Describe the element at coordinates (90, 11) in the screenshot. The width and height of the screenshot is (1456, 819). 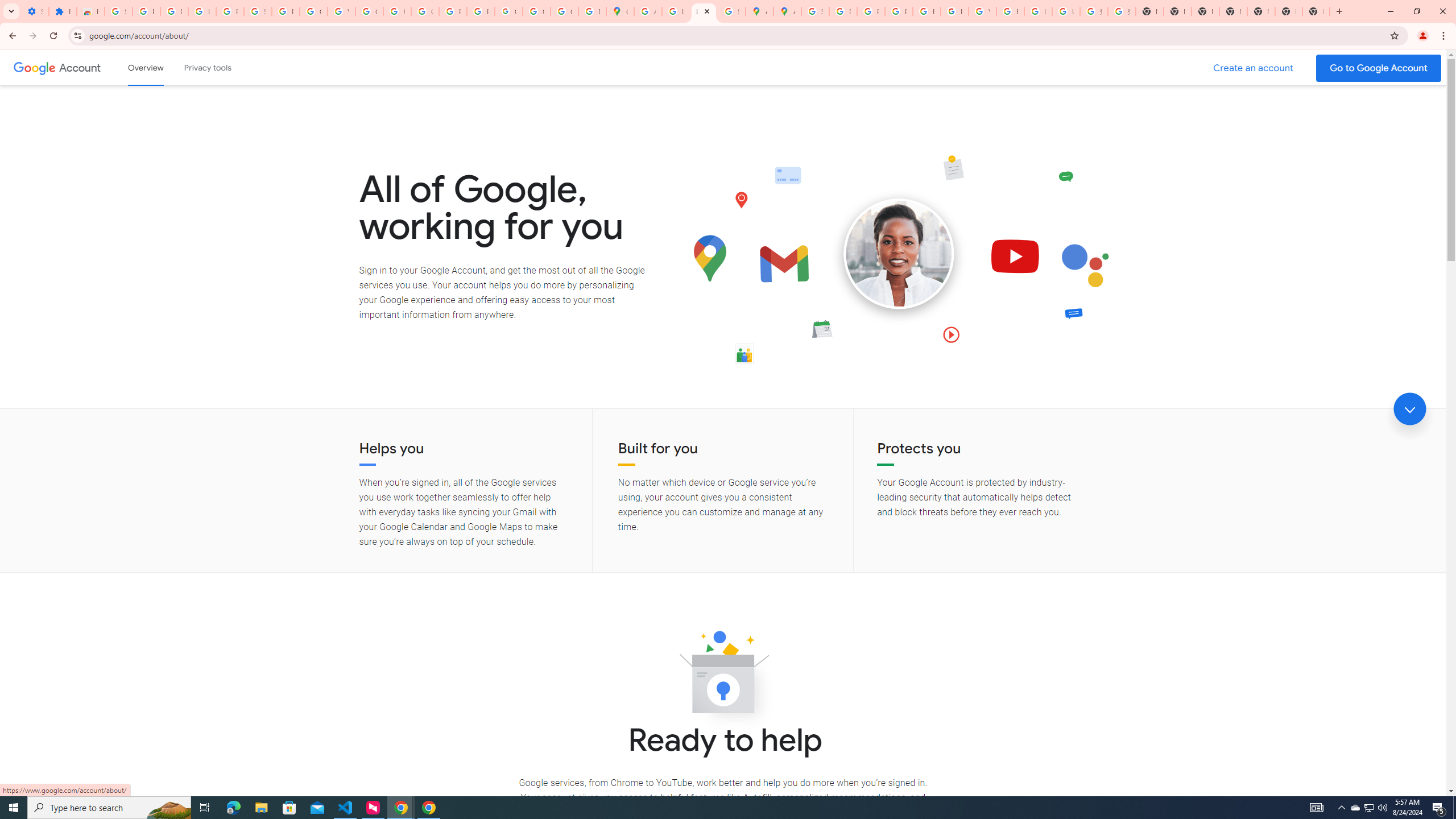
I see `'Reviews: Helix Fruit Jump Arcade Game'` at that location.